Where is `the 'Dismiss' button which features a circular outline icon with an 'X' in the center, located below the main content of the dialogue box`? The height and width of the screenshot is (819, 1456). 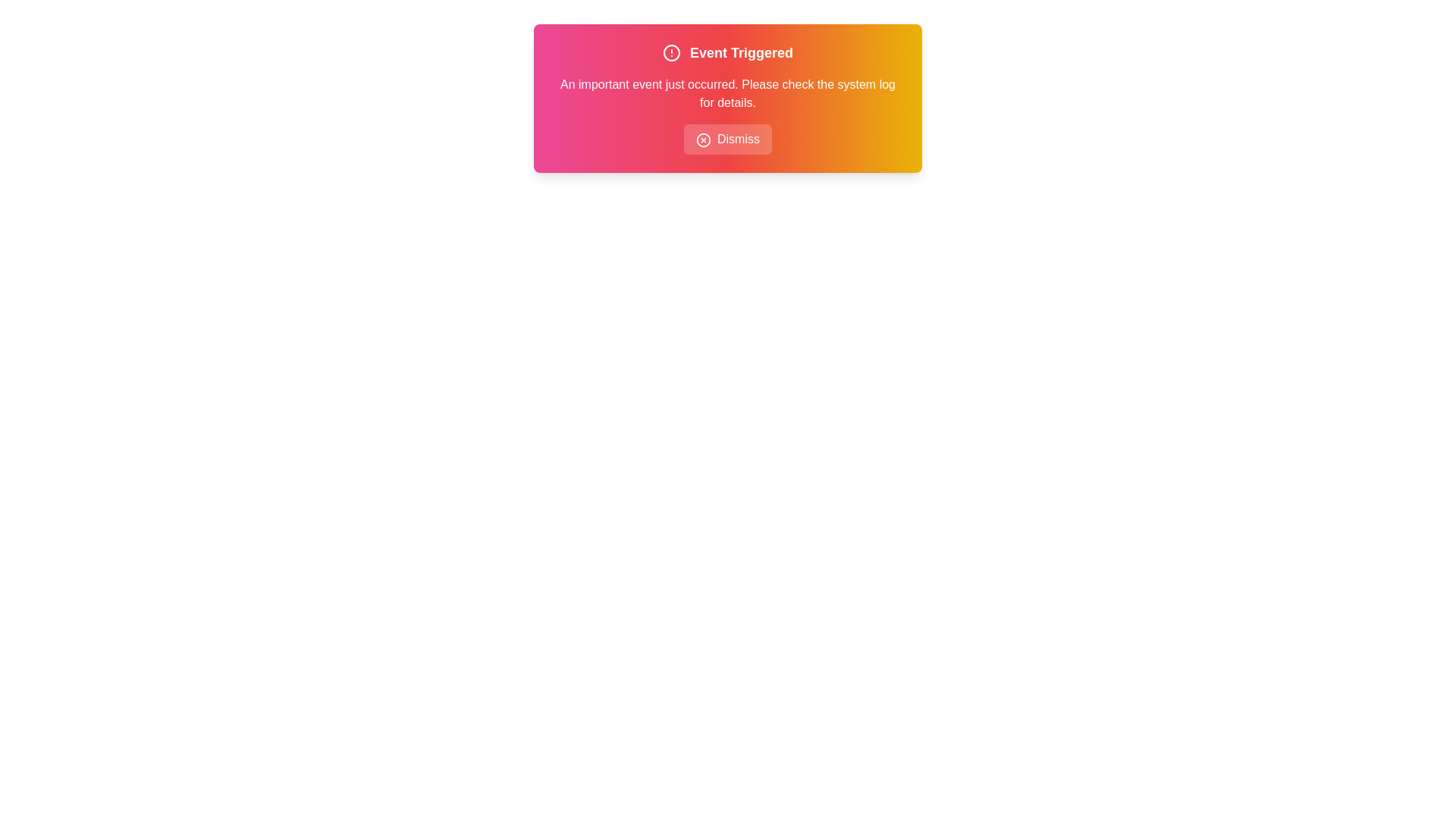 the 'Dismiss' button which features a circular outline icon with an 'X' in the center, located below the main content of the dialogue box is located at coordinates (702, 140).